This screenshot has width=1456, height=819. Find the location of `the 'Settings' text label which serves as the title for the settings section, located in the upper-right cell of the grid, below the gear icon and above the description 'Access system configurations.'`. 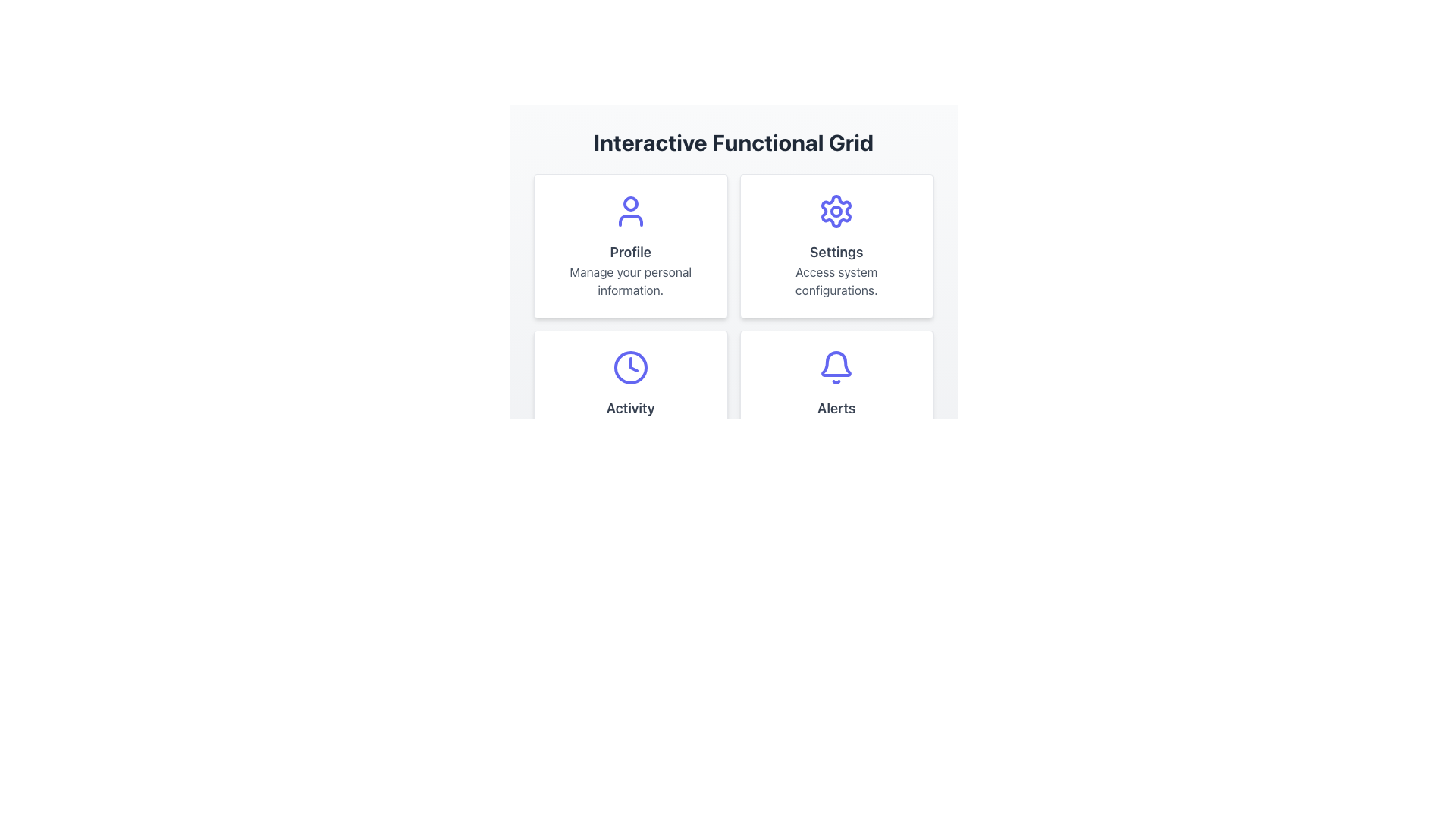

the 'Settings' text label which serves as the title for the settings section, located in the upper-right cell of the grid, below the gear icon and above the description 'Access system configurations.' is located at coordinates (836, 251).